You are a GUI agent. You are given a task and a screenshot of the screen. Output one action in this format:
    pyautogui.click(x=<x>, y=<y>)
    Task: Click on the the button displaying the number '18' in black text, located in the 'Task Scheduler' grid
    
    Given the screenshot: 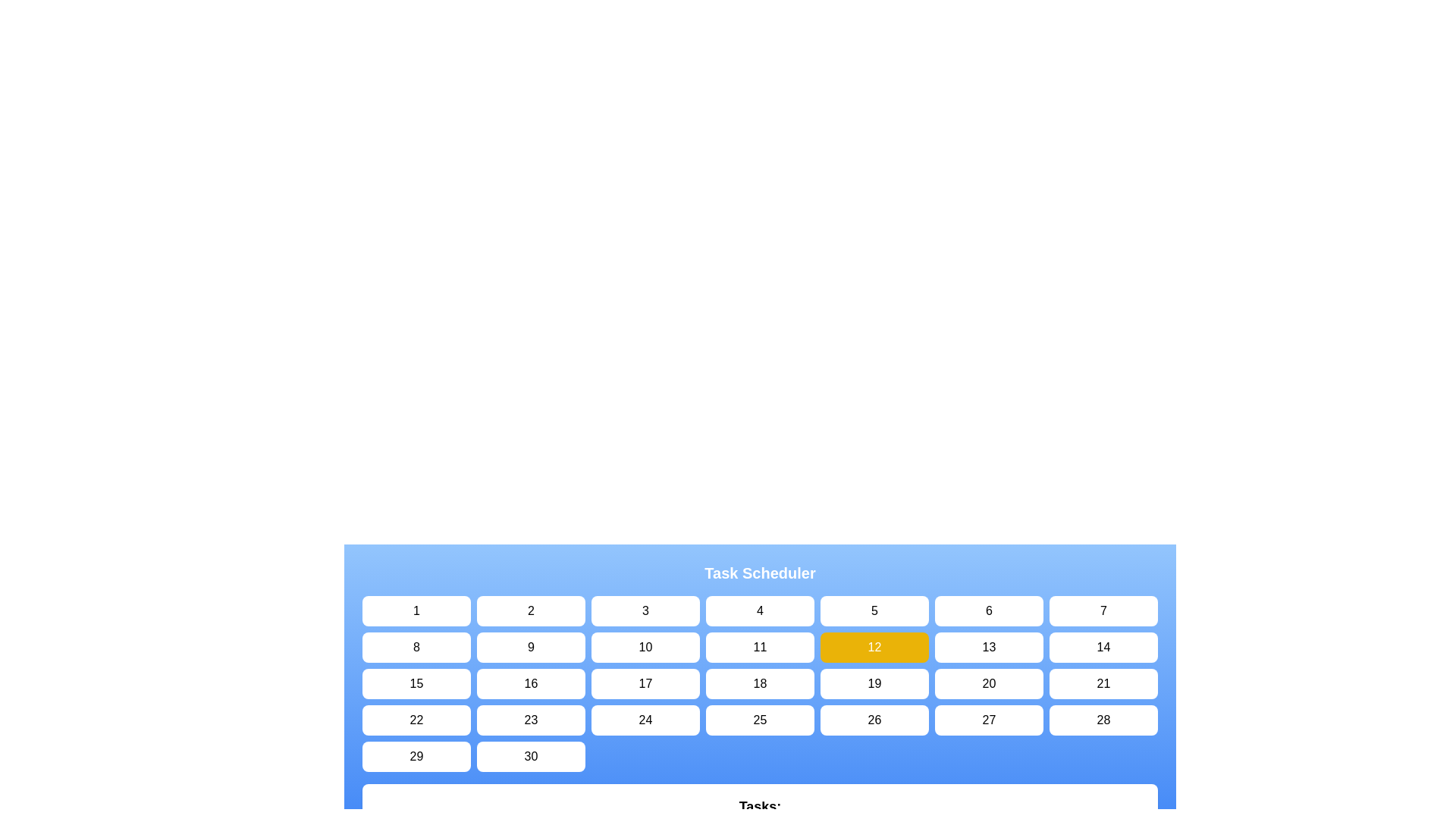 What is the action you would take?
    pyautogui.click(x=760, y=684)
    